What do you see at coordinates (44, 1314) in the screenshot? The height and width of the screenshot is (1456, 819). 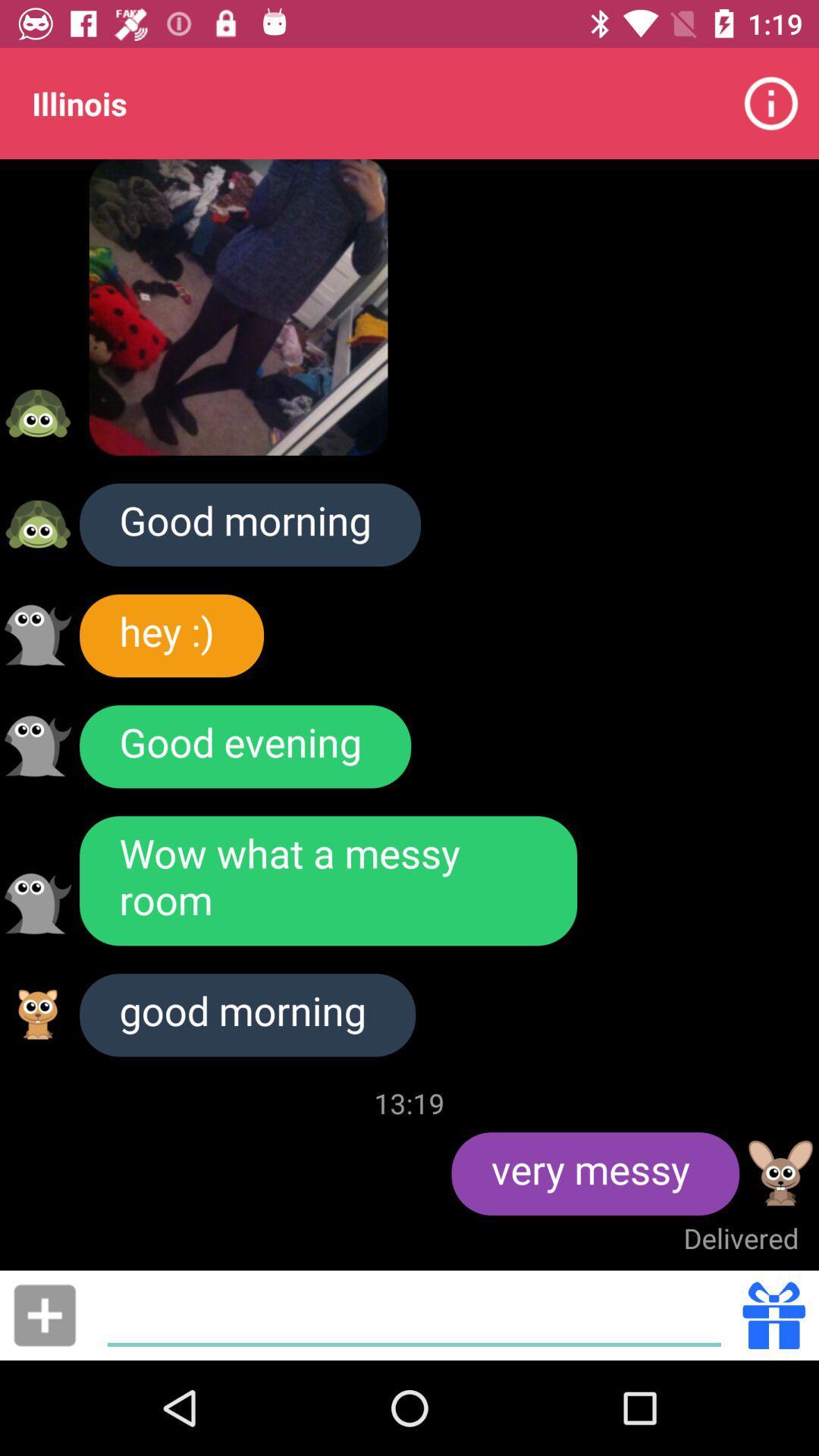 I see `the add icon` at bounding box center [44, 1314].